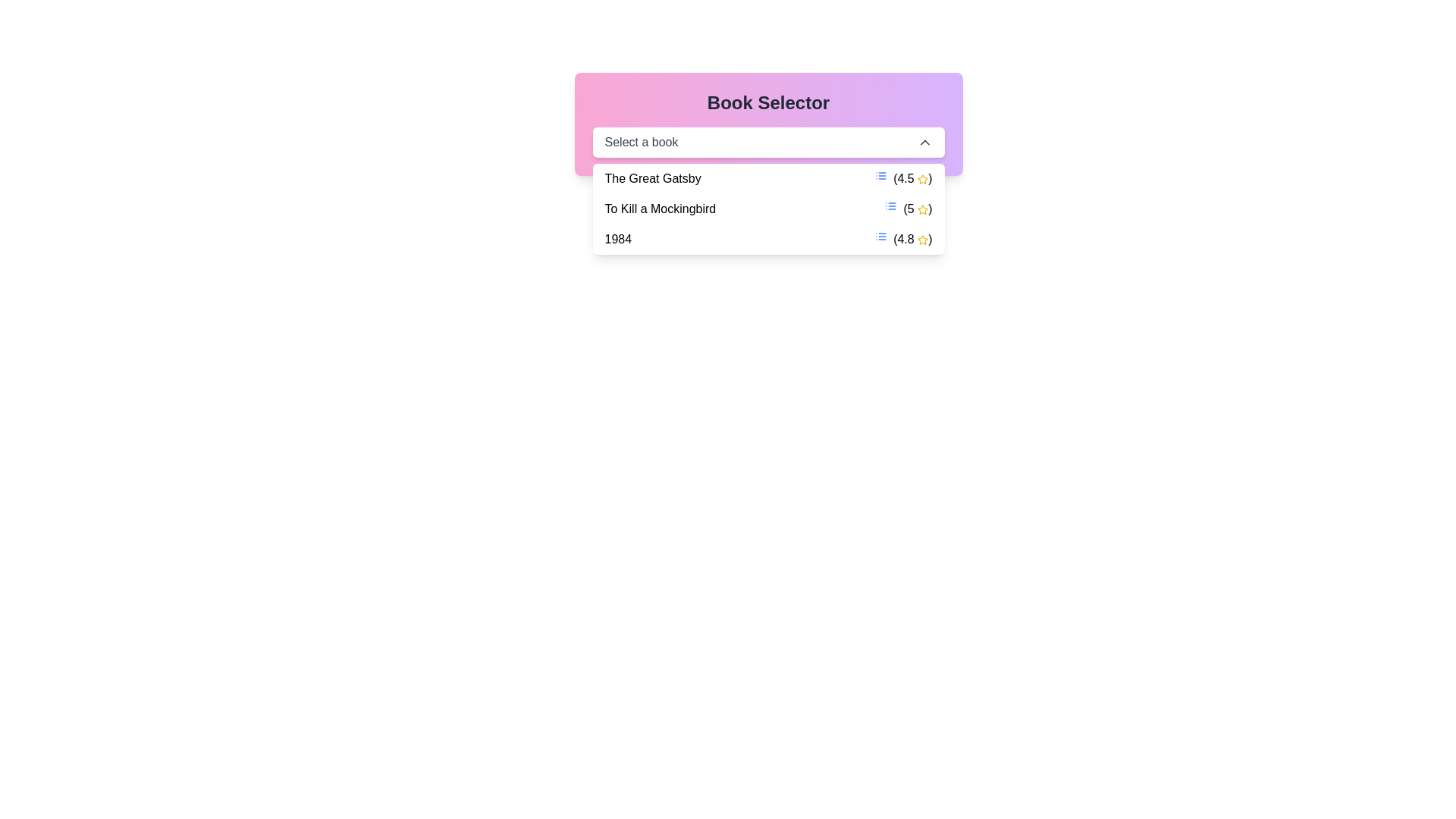 The image size is (1456, 819). I want to click on the rating display text and icon for the book 'The Great Gatsby' to interact with it, so click(903, 177).